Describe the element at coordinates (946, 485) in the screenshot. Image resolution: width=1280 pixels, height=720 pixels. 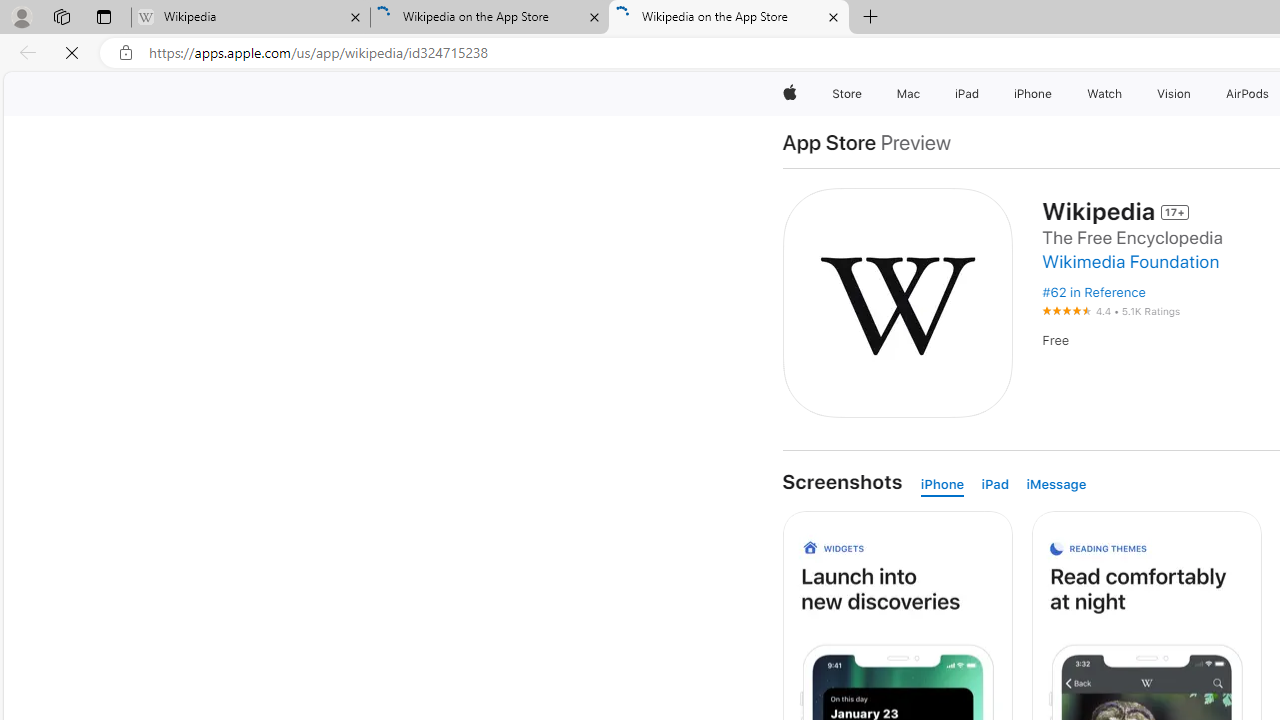
I see `'iPhone'` at that location.